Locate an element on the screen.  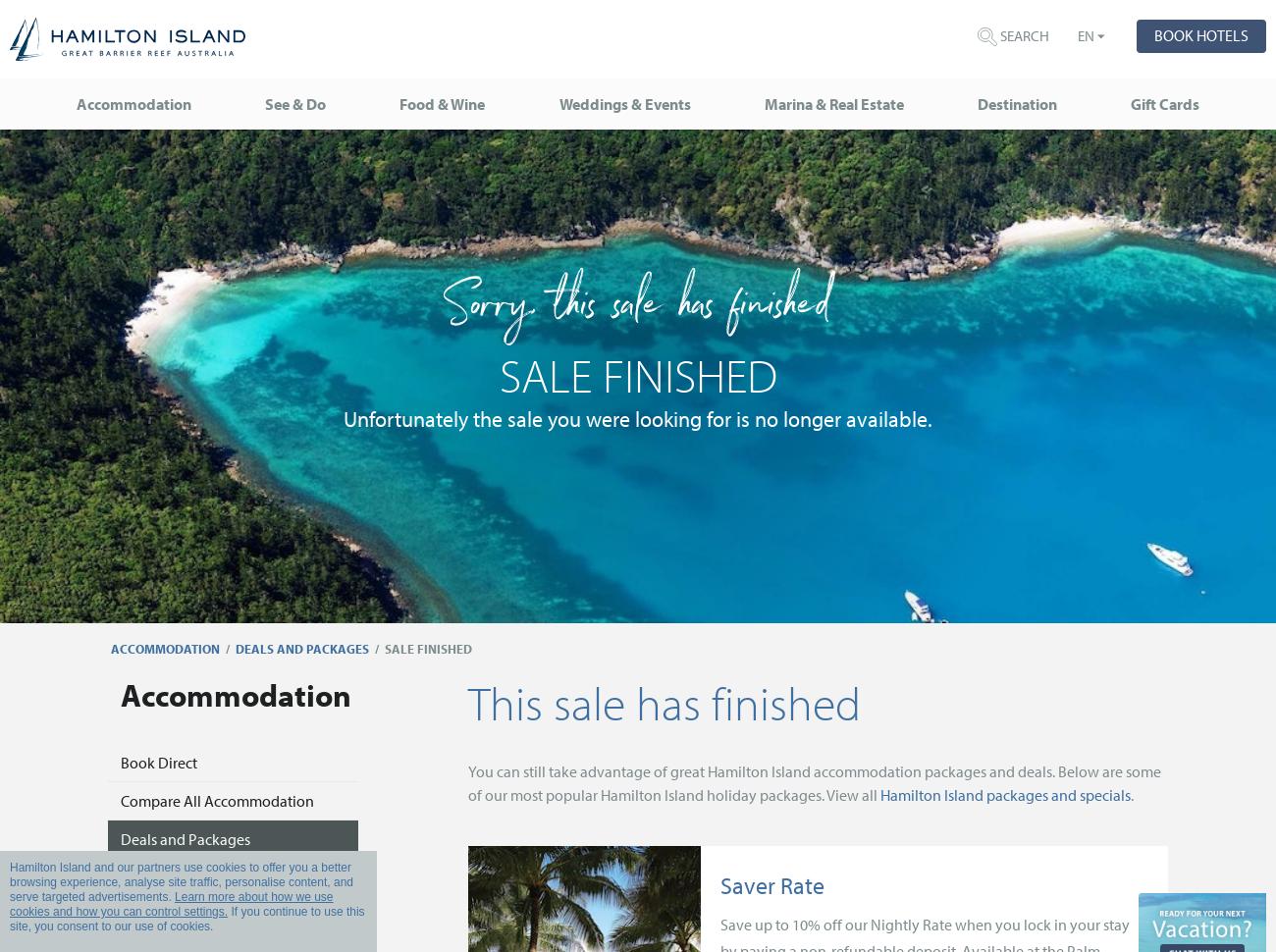
'Hamilton Island packages and specials' is located at coordinates (1003, 793).